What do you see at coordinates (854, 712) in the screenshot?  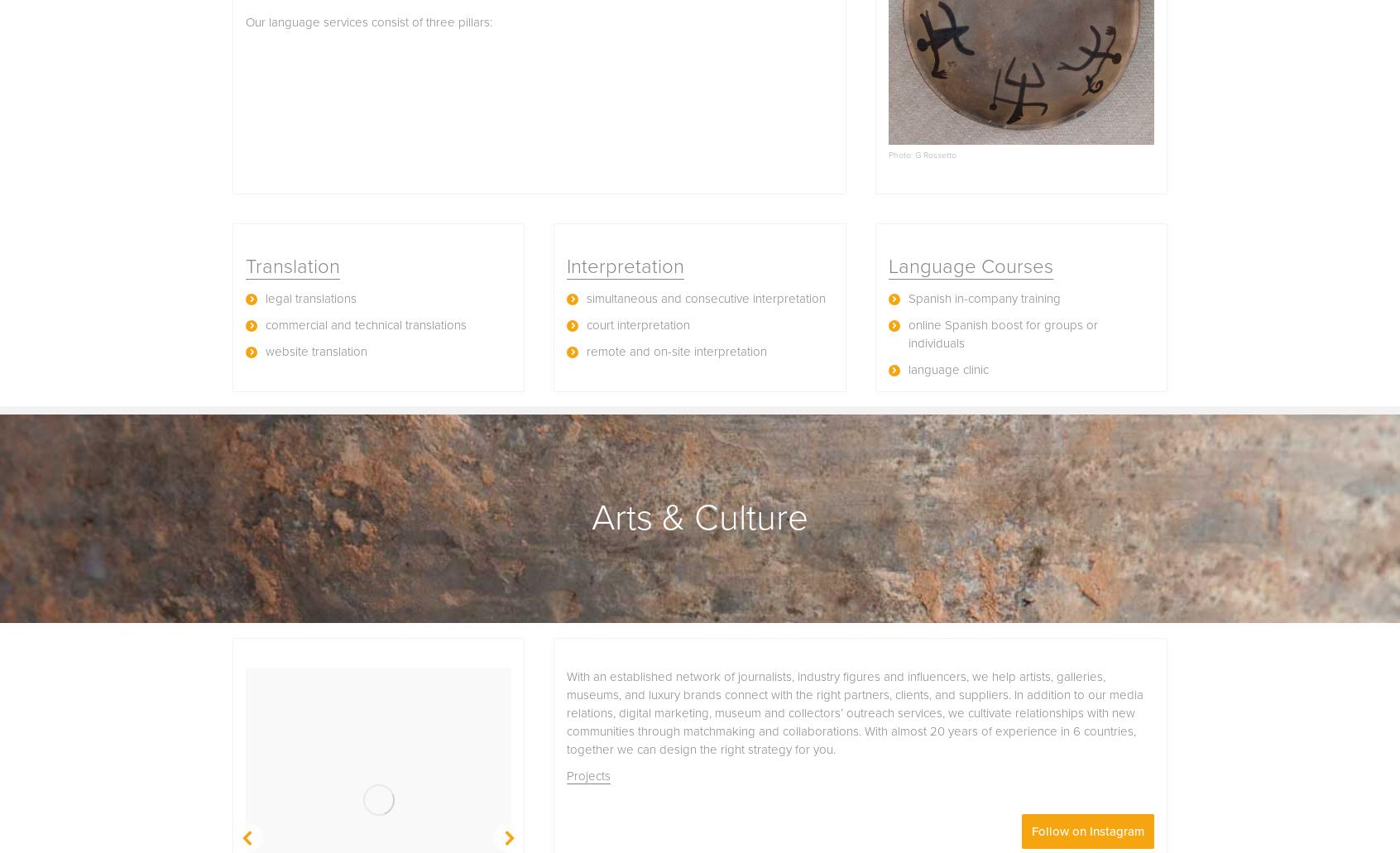 I see `'With an established network of journalists, industry figures and influencers, we help artists, galleries, museums, and luxury brands connect with the right partners, clients, and suppliers. In addition to our media relations, digital marketing, museum and collectors’ outreach services, we cultivate relationships with new communities through matchmaking and collaborations. With almost 20 years of experience in 6 countries, together we can design the right strategy for you.'` at bounding box center [854, 712].